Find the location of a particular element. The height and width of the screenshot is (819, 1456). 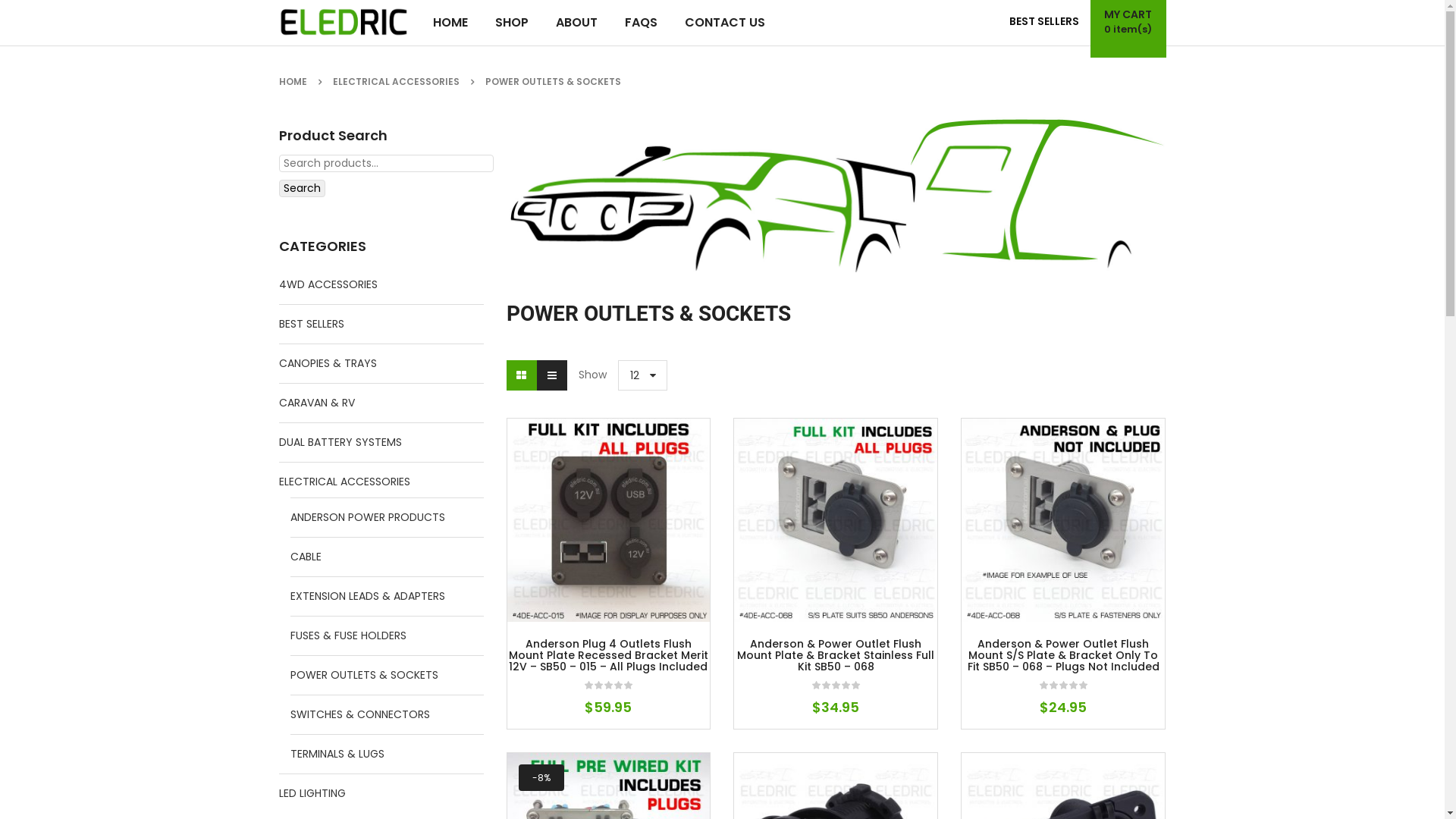

'DUAL BATTERY SYSTEMS' is located at coordinates (279, 442).